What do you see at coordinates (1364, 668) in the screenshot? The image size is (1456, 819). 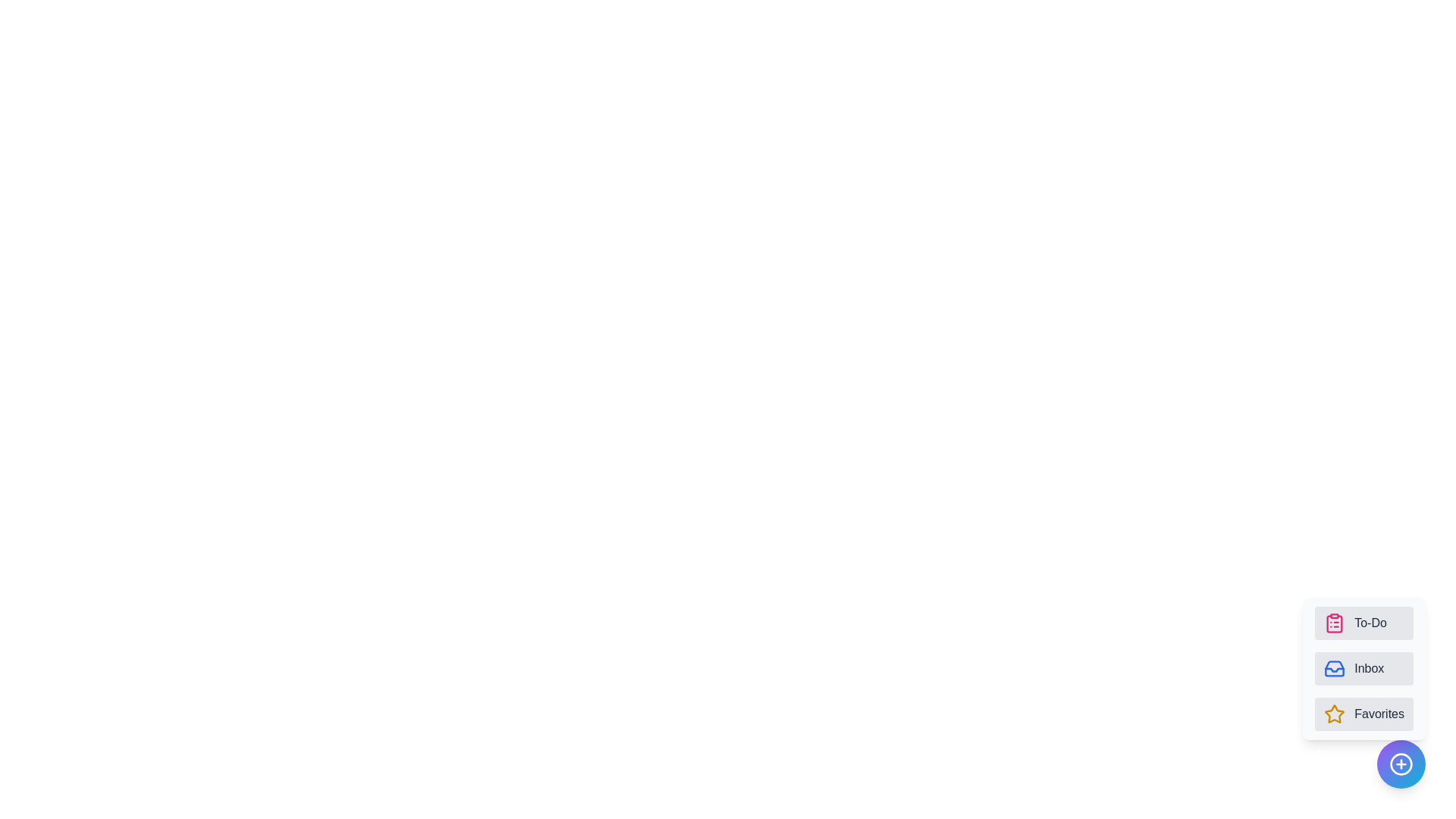 I see `the 'Inbox' button to select the 'Inbox' category` at bounding box center [1364, 668].